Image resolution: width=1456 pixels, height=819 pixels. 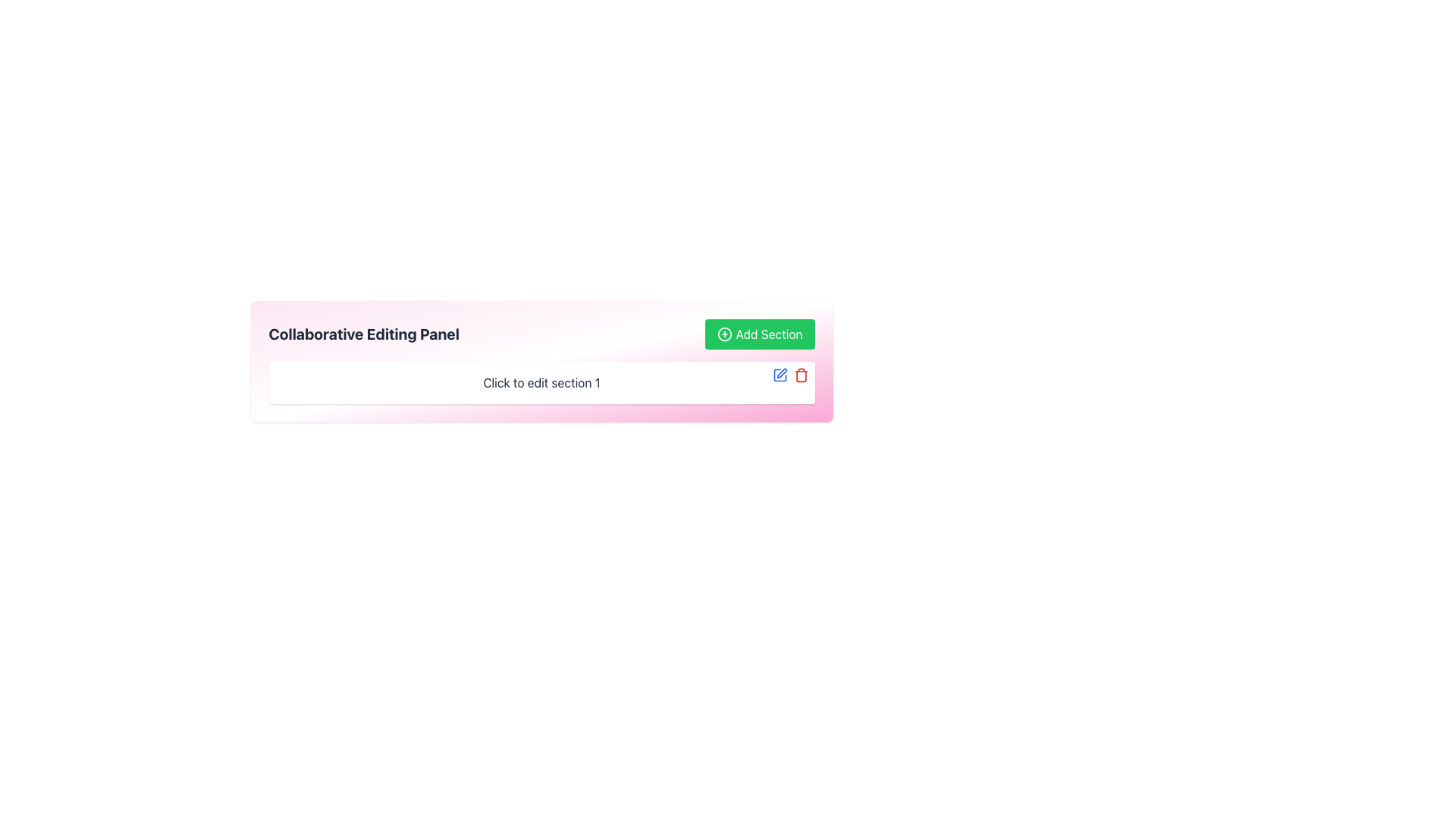 What do you see at coordinates (781, 373) in the screenshot?
I see `the blue pen icon button located to the right of the input field labeled 'Click` at bounding box center [781, 373].